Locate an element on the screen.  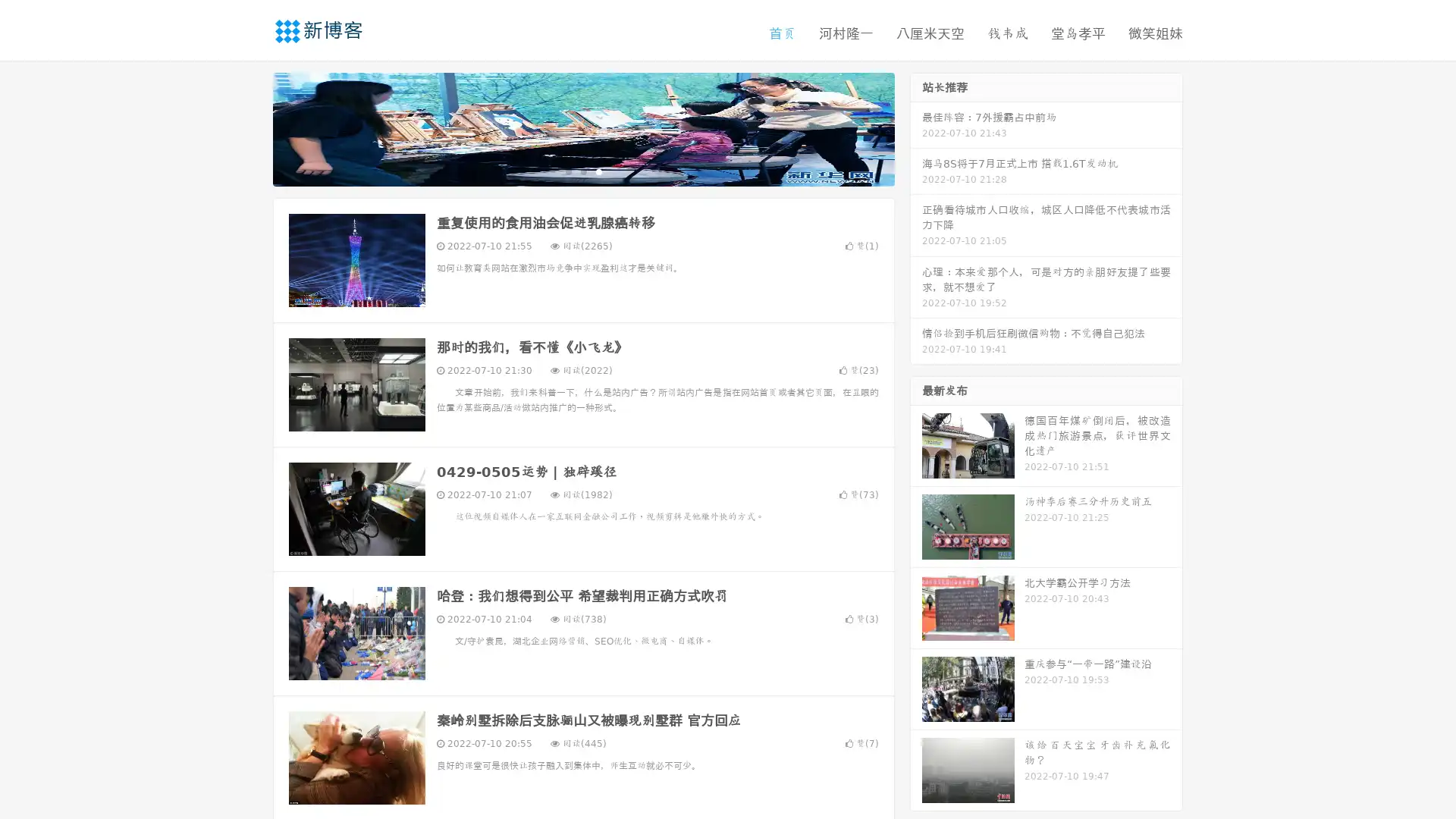
Go to slide 1 is located at coordinates (567, 171).